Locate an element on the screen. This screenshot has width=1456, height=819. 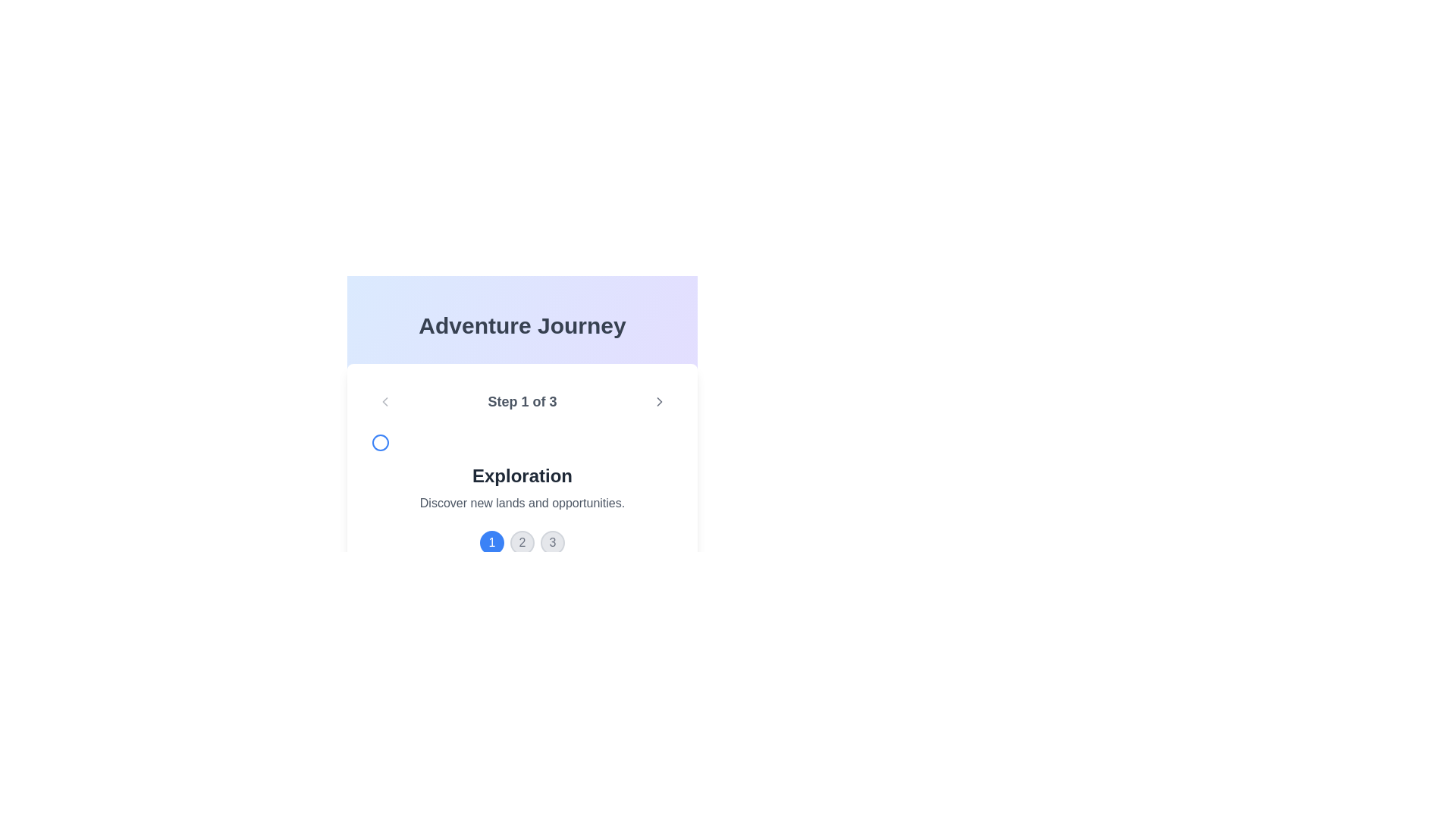
the first button in the sequence of three buttons located below the 'Exploration' header is located at coordinates (491, 542).